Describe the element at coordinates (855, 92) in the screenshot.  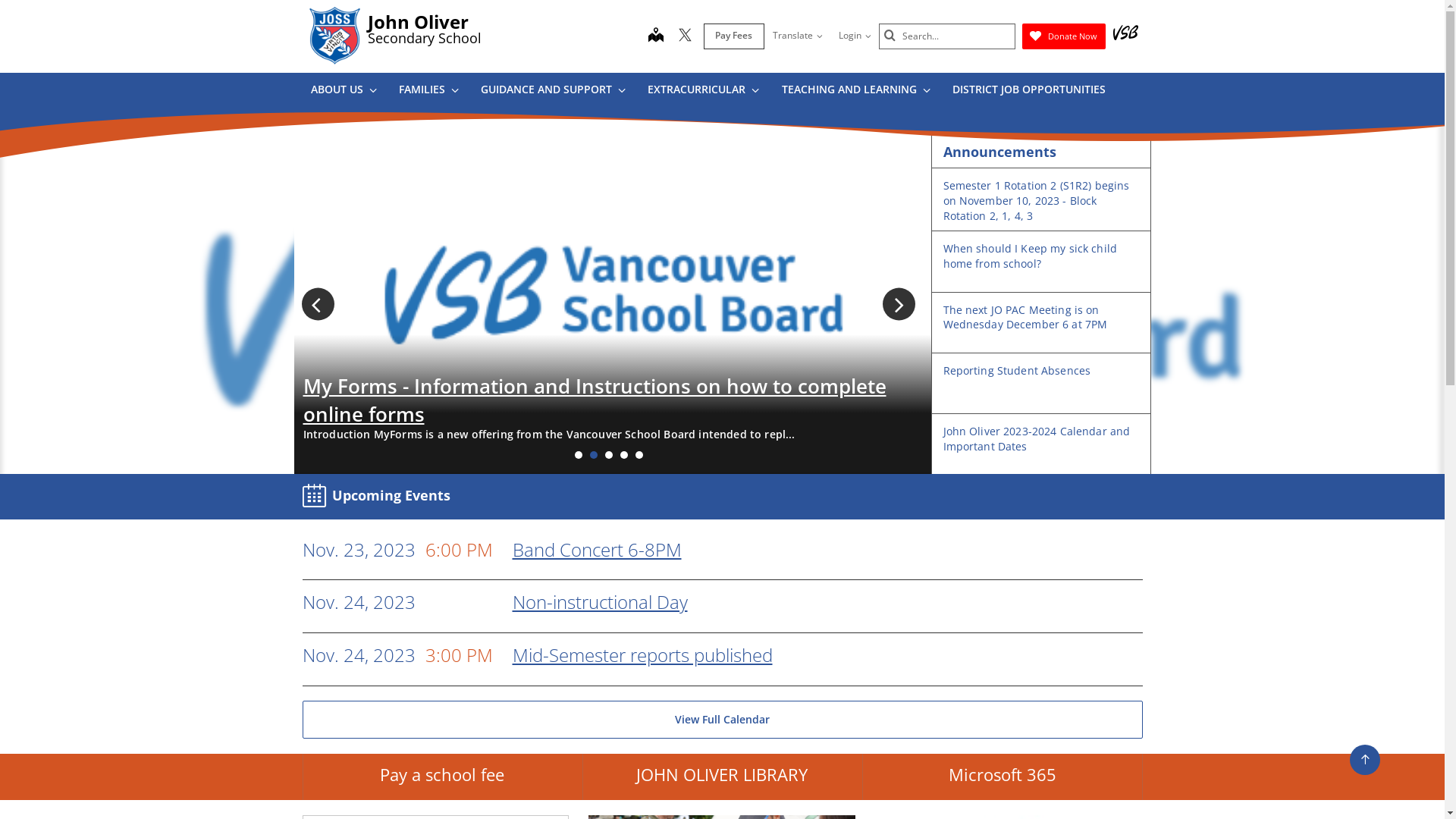
I see `'TEACHING AND LEARNING'` at that location.